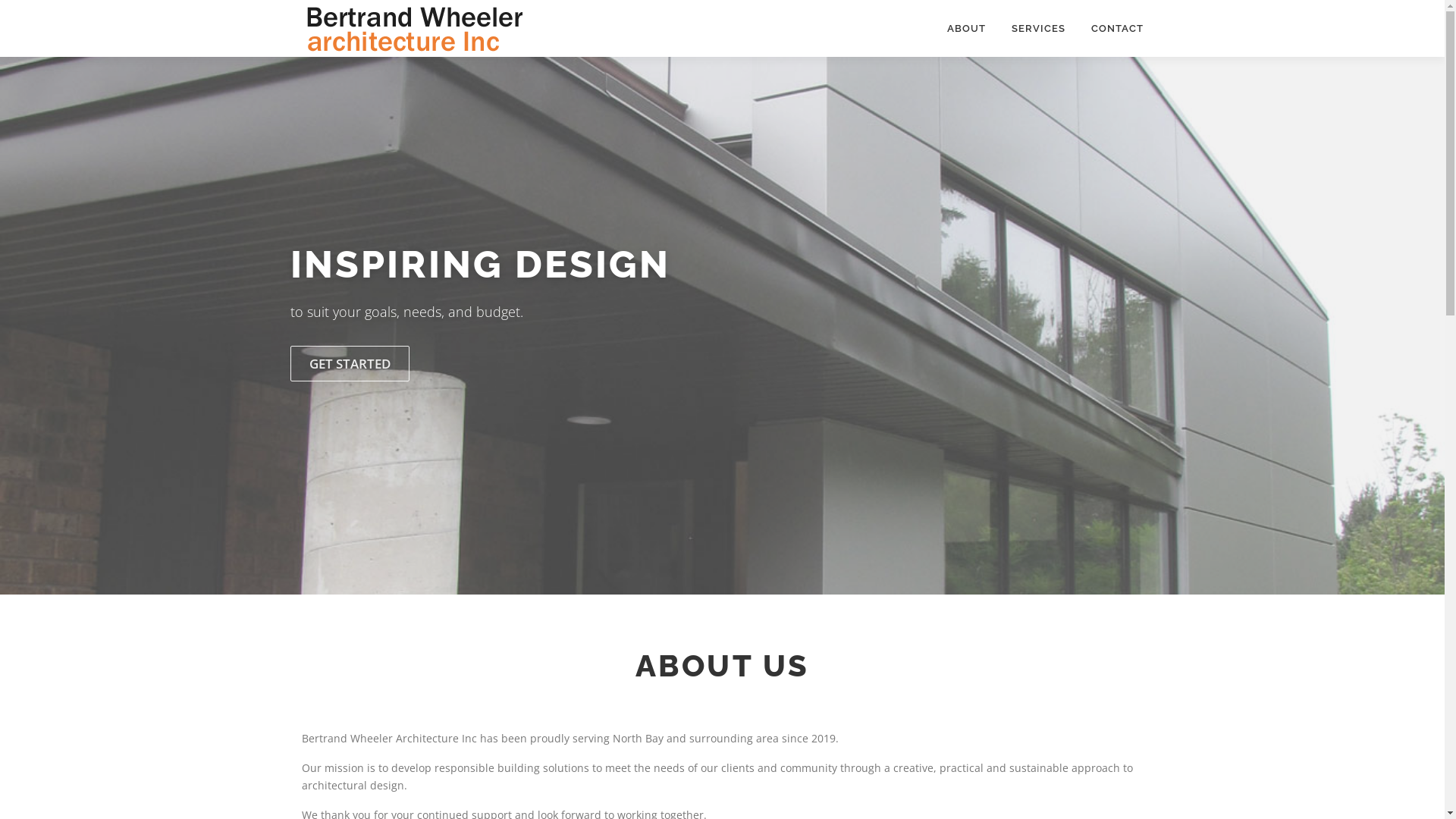 The image size is (1456, 819). What do you see at coordinates (1110, 28) in the screenshot?
I see `'CONTACT'` at bounding box center [1110, 28].